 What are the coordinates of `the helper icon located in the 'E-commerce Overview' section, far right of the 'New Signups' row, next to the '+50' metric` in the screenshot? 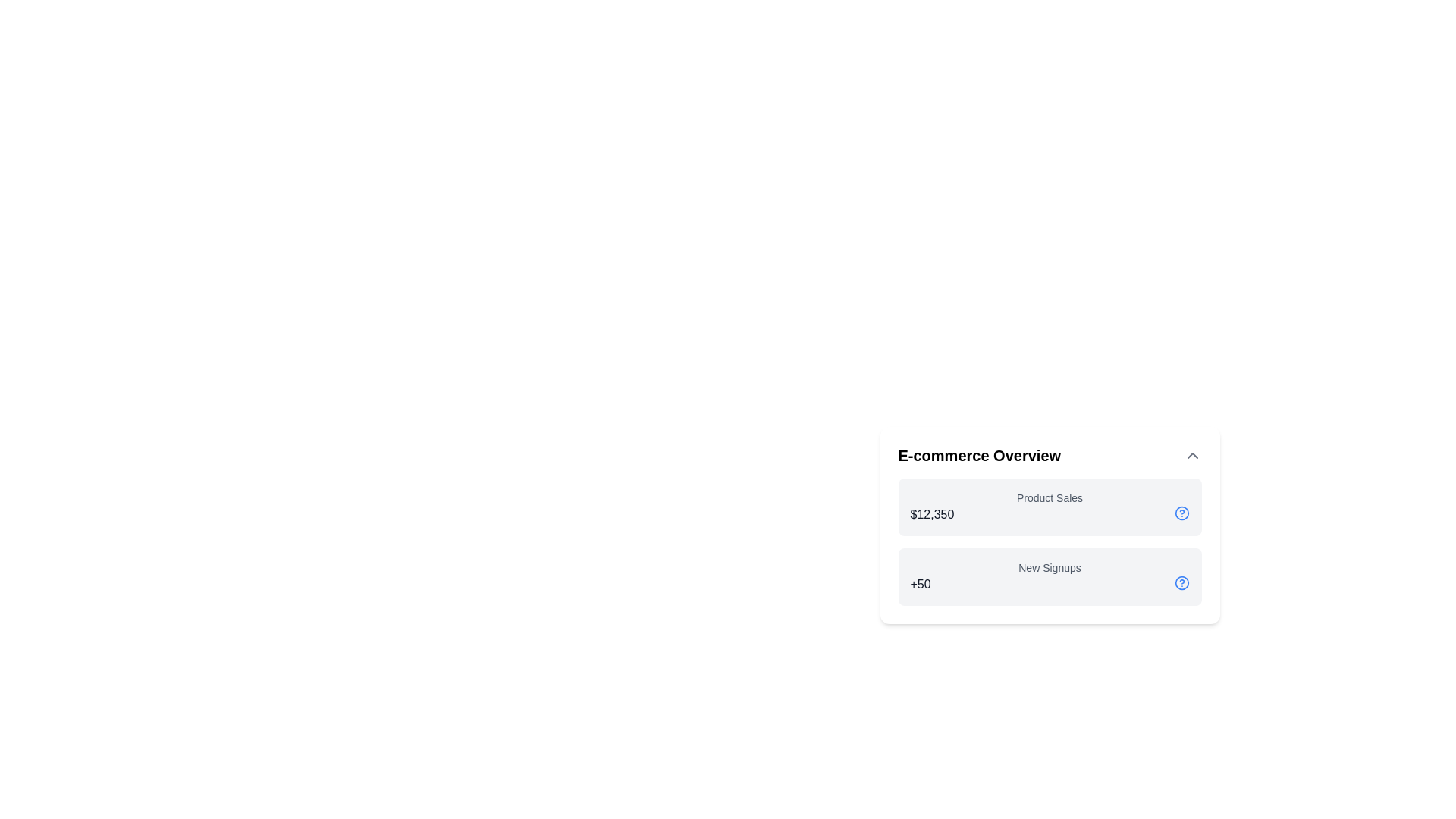 It's located at (1181, 582).